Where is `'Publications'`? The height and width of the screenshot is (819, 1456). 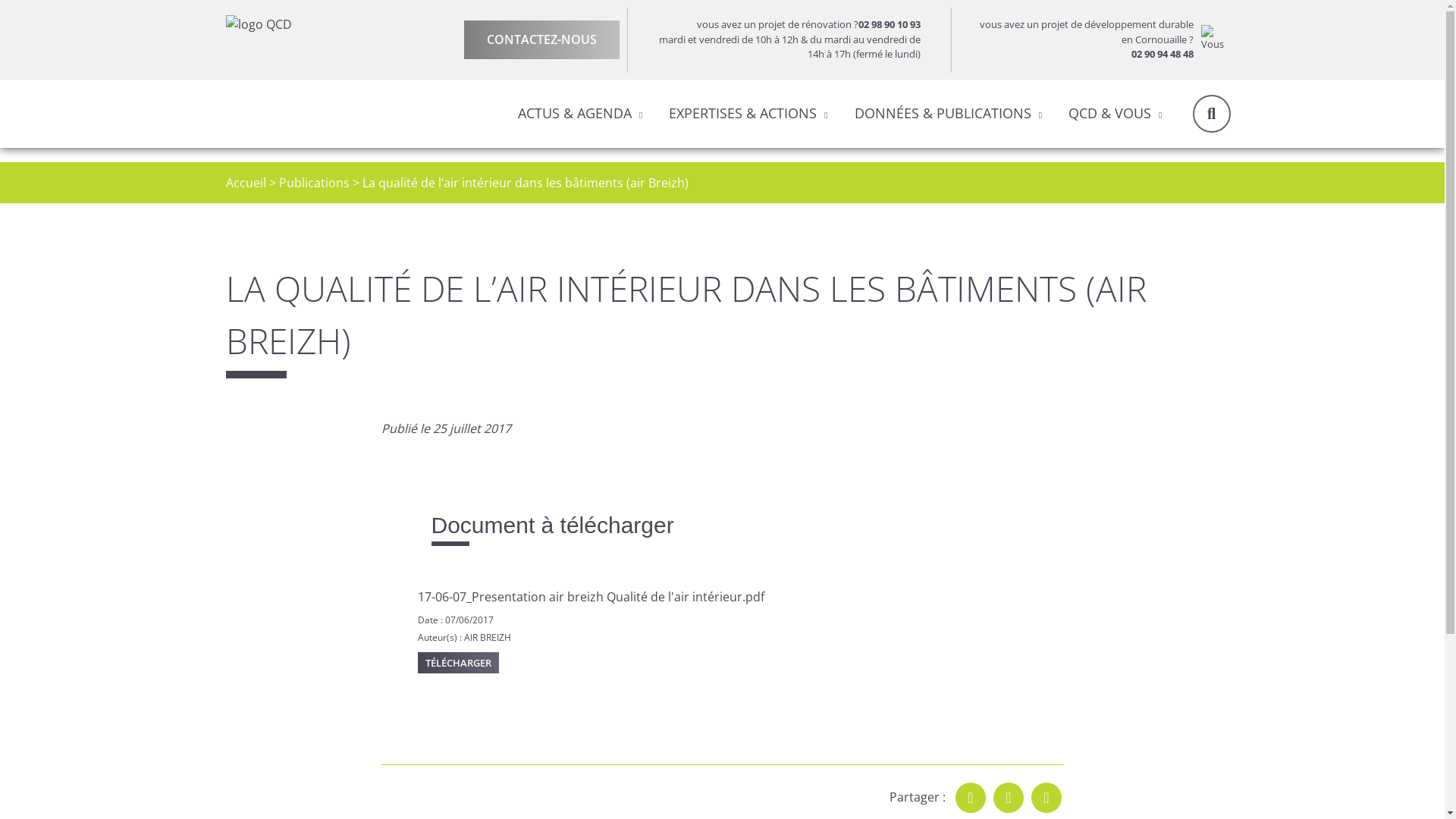 'Publications' is located at coordinates (313, 181).